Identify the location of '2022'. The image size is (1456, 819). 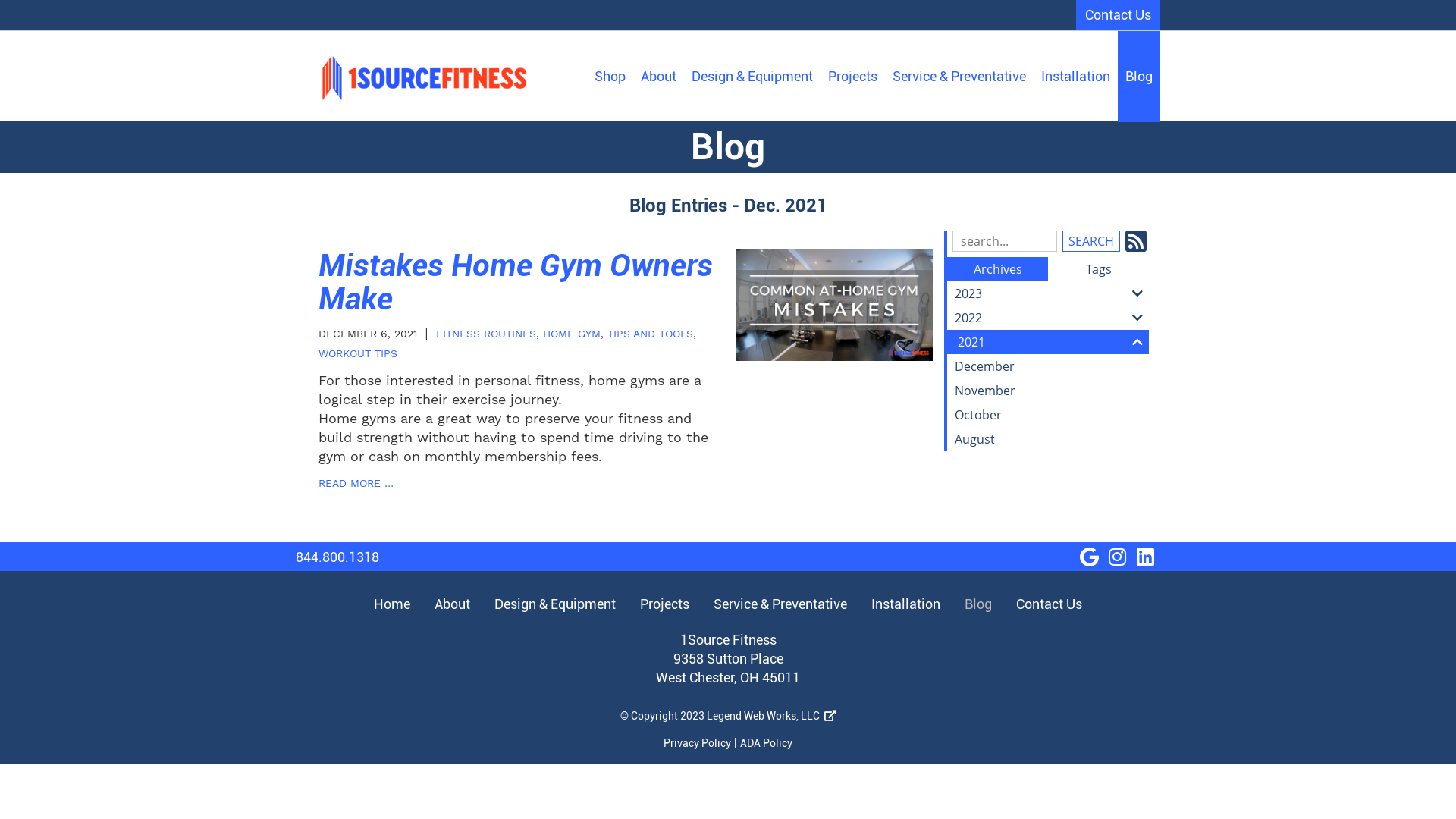
(1047, 317).